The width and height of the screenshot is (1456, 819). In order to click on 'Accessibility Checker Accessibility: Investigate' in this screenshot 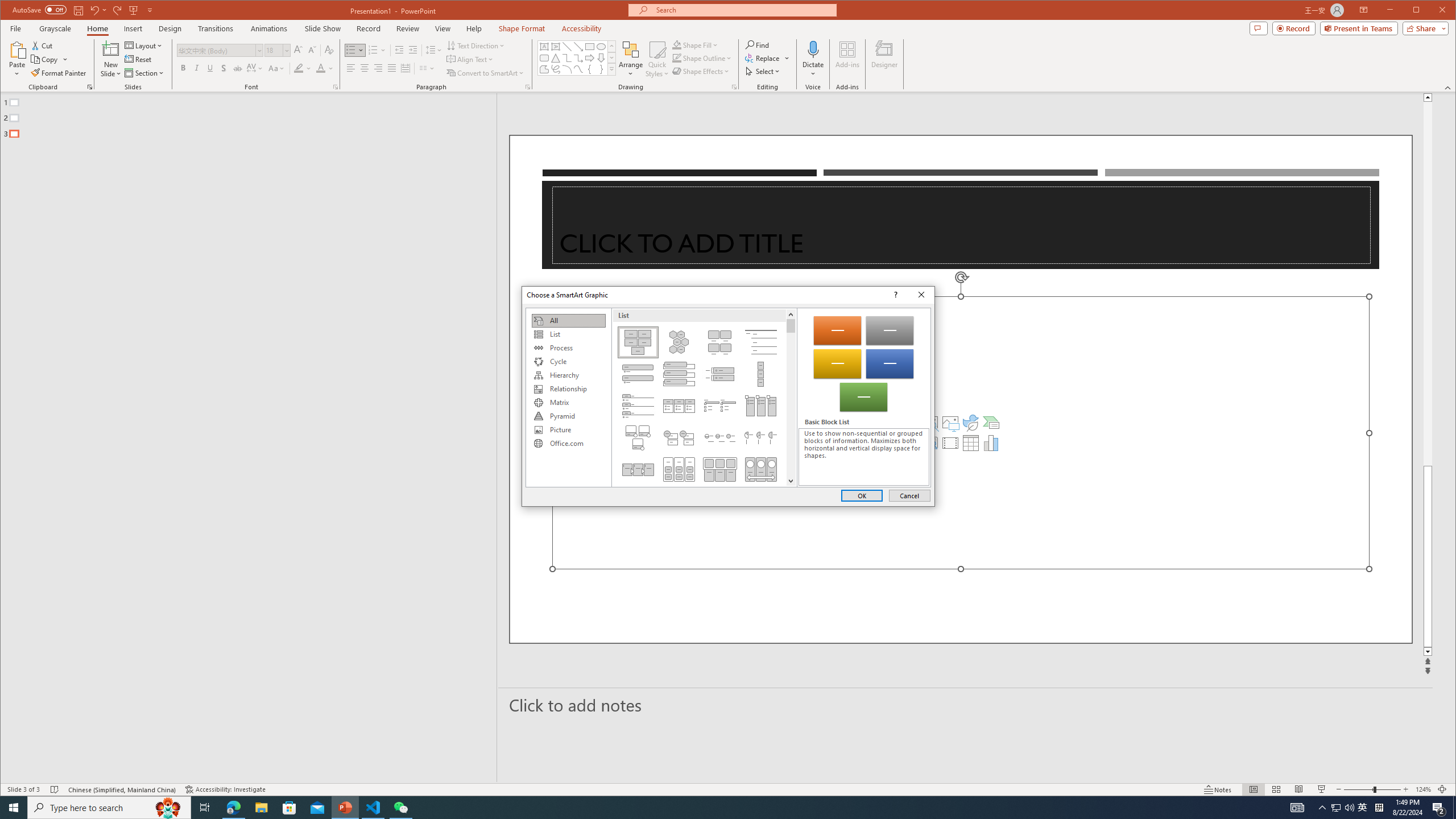, I will do `click(225, 789)`.